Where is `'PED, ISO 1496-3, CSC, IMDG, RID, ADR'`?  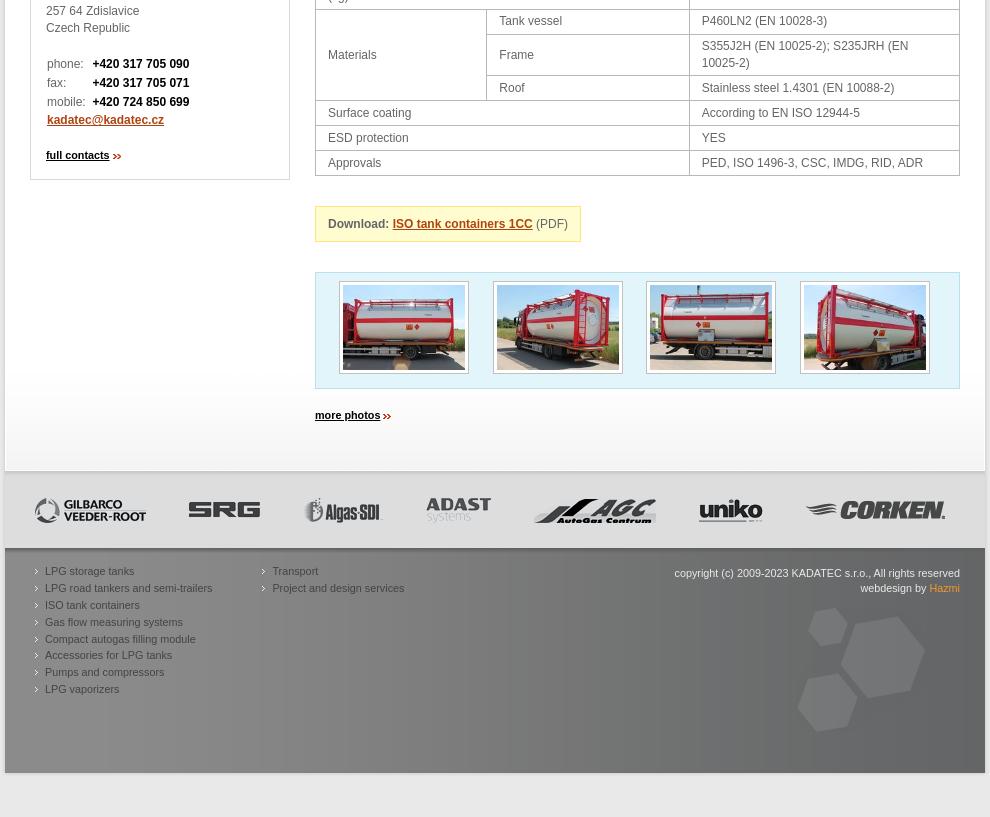 'PED, ISO 1496-3, CSC, IMDG, RID, ADR' is located at coordinates (810, 162).